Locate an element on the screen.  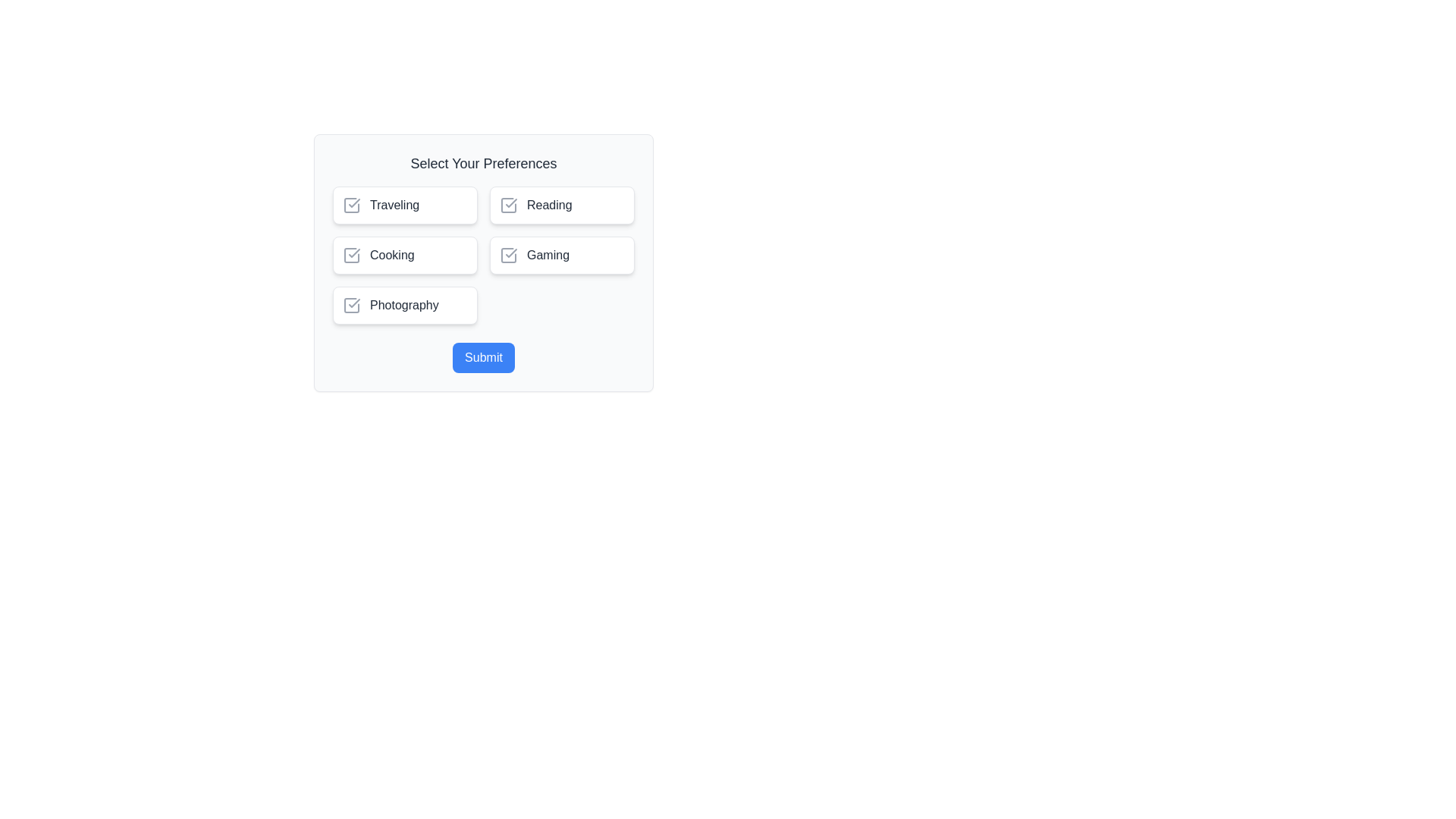
the rectangular border of the checkbox associated with the text 'Gaming', located in the fourth checkbox item in the second row is located at coordinates (509, 254).